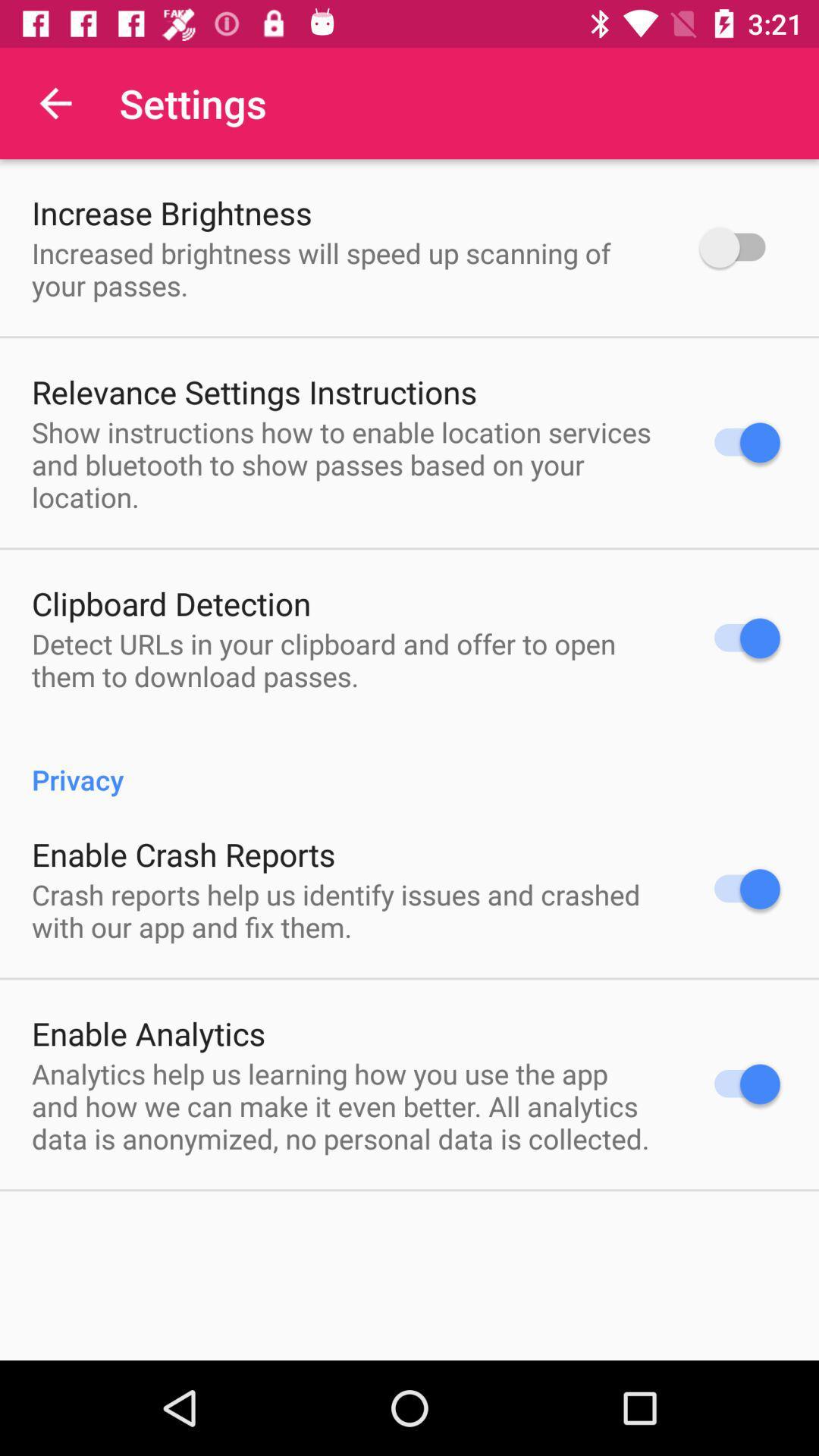 The width and height of the screenshot is (819, 1456). I want to click on the icon above the analytics help us icon, so click(149, 1032).